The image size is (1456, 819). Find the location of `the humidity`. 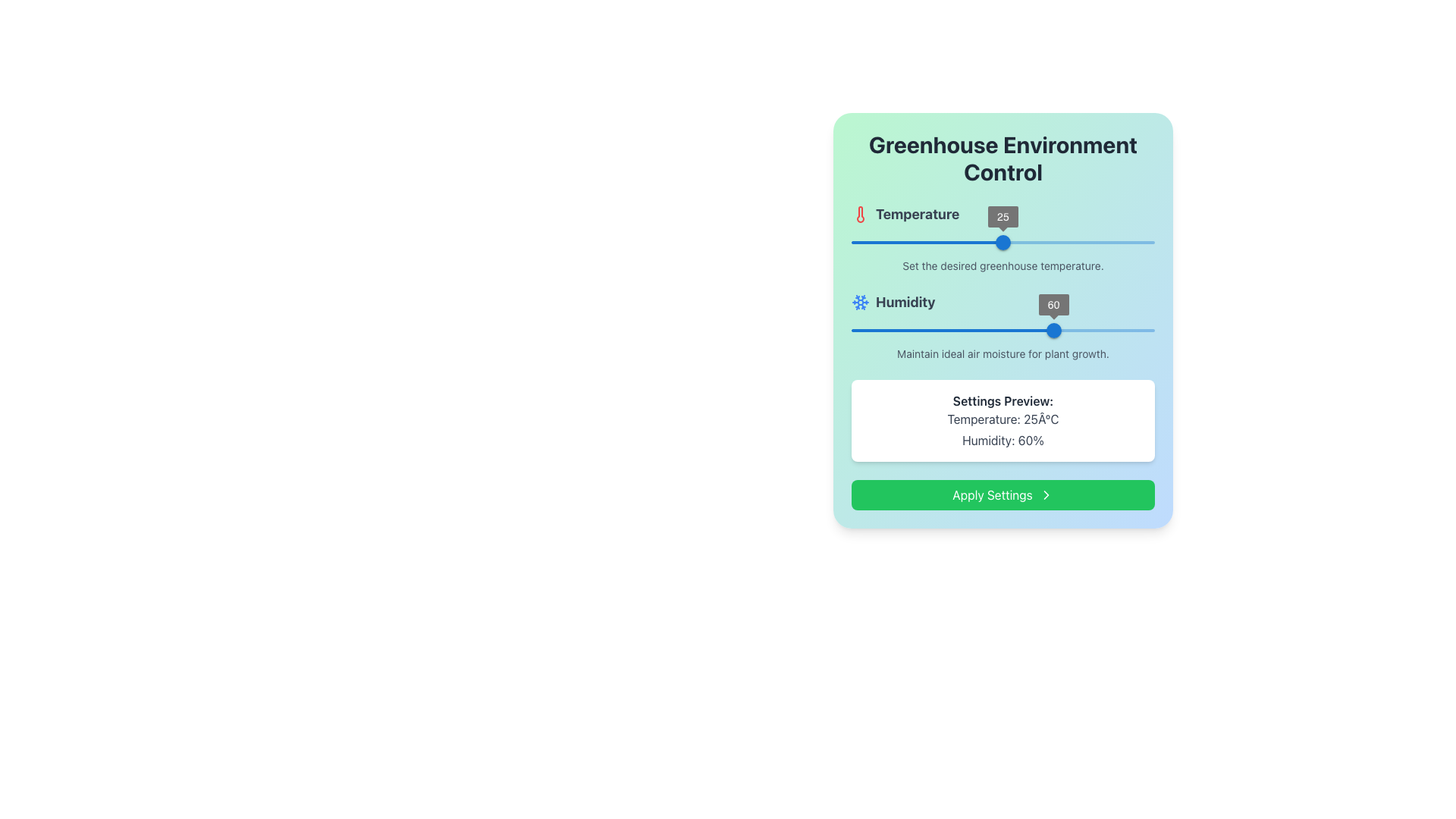

the humidity is located at coordinates (1115, 329).